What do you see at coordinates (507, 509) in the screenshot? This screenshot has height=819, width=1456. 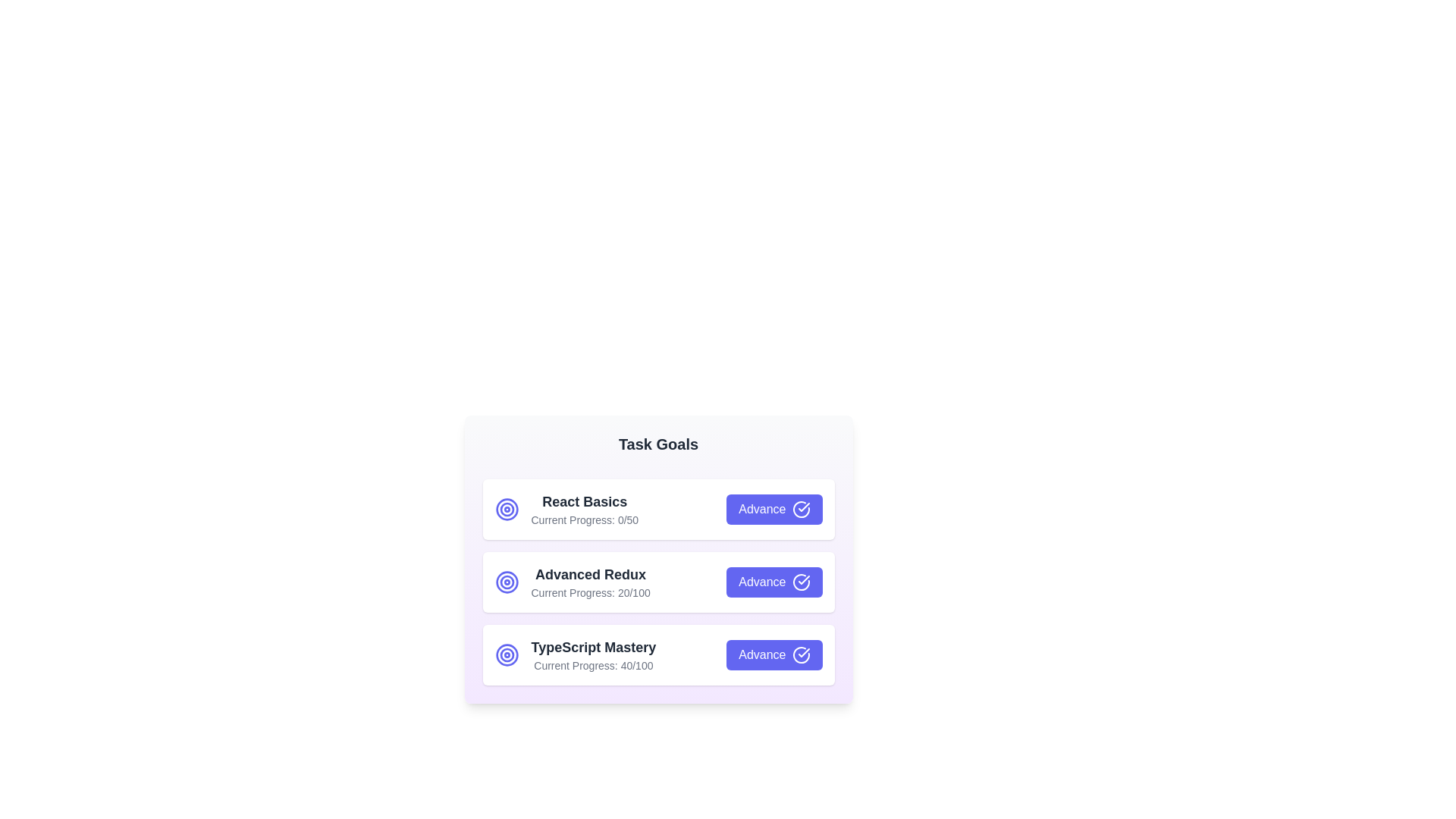 I see `the outermost circular graphical element representing 'React Basics' in the interface, which is part of a target-like icon` at bounding box center [507, 509].